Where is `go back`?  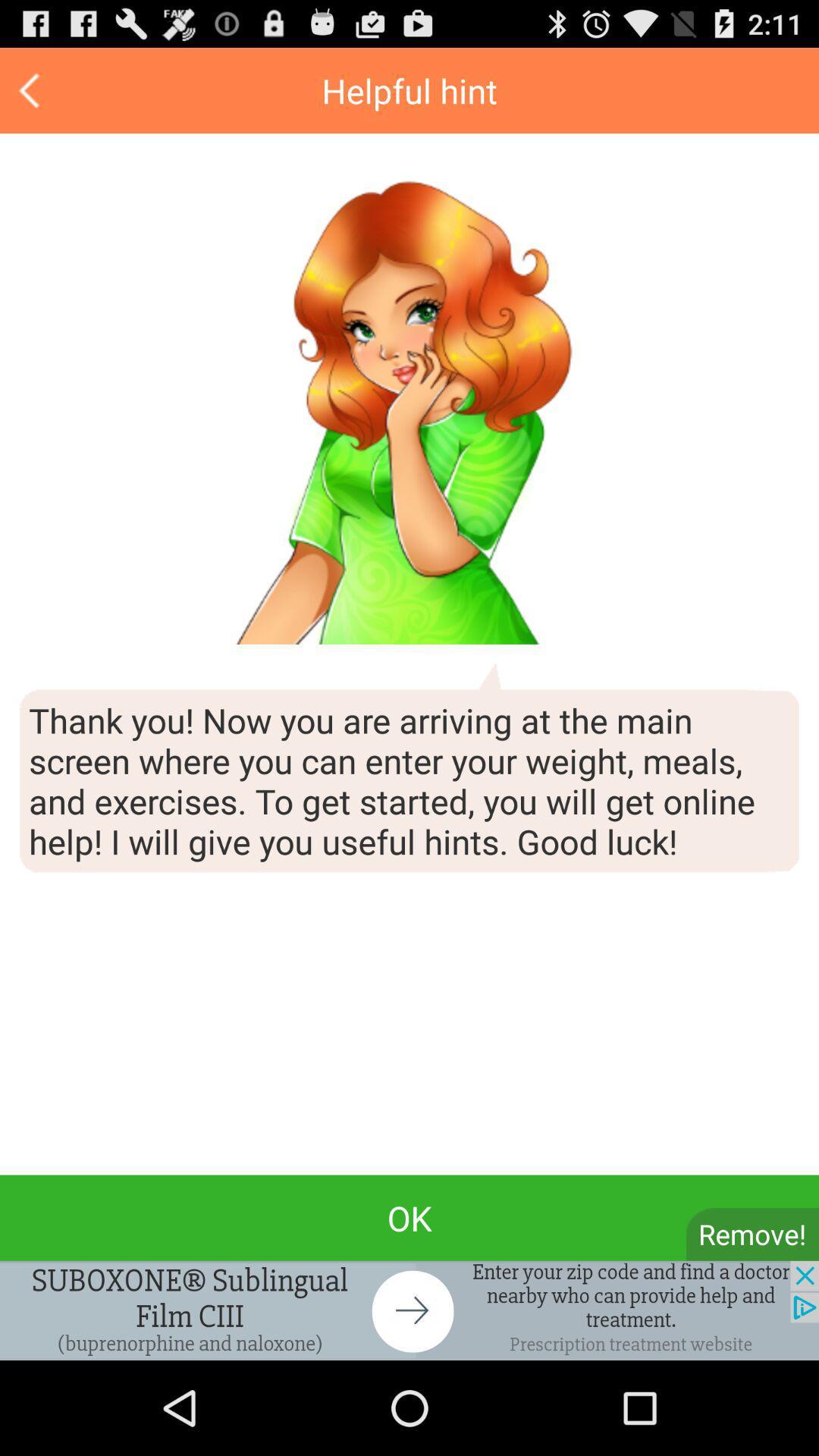
go back is located at coordinates (31, 89).